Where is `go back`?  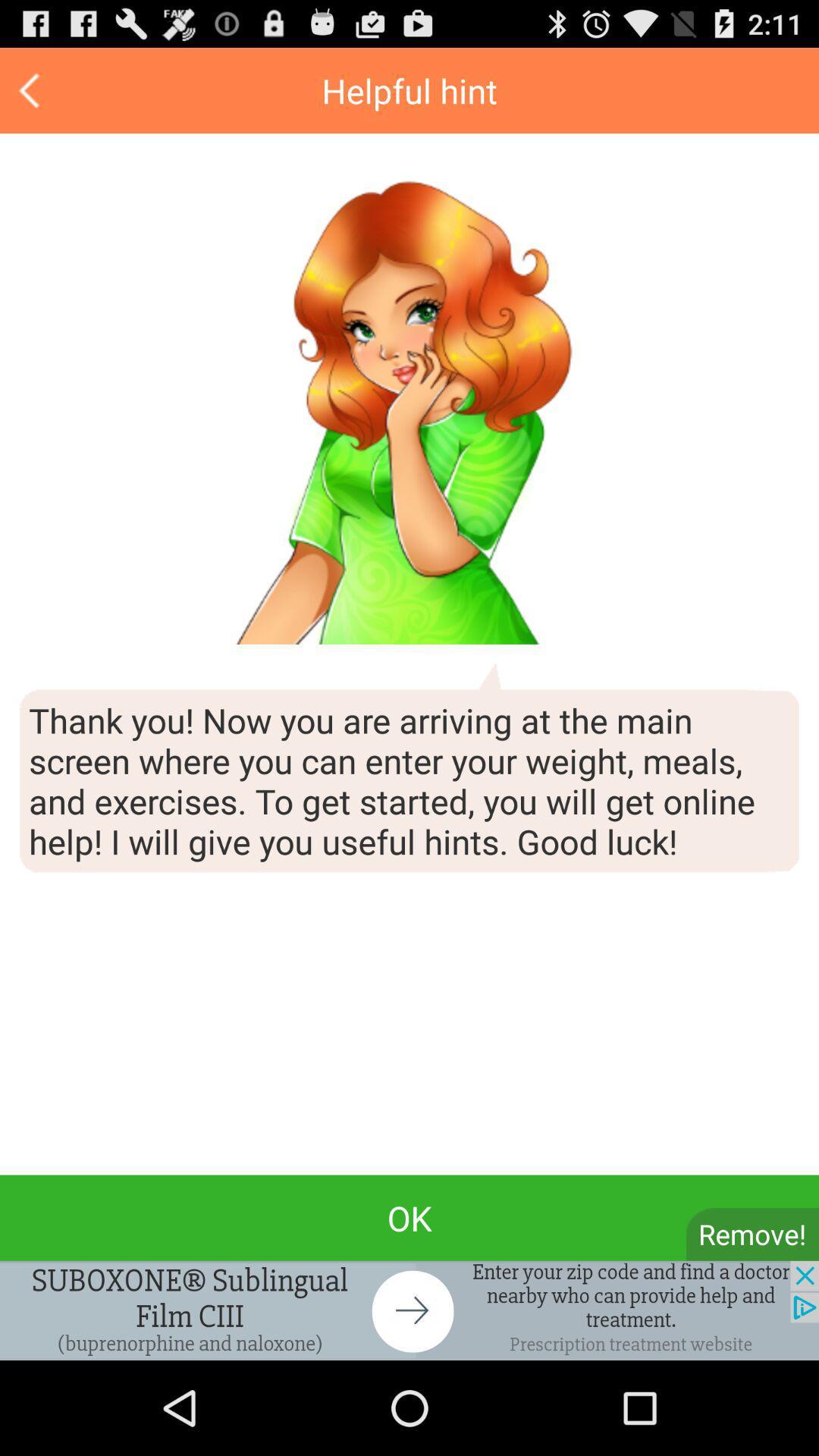
go back is located at coordinates (31, 89).